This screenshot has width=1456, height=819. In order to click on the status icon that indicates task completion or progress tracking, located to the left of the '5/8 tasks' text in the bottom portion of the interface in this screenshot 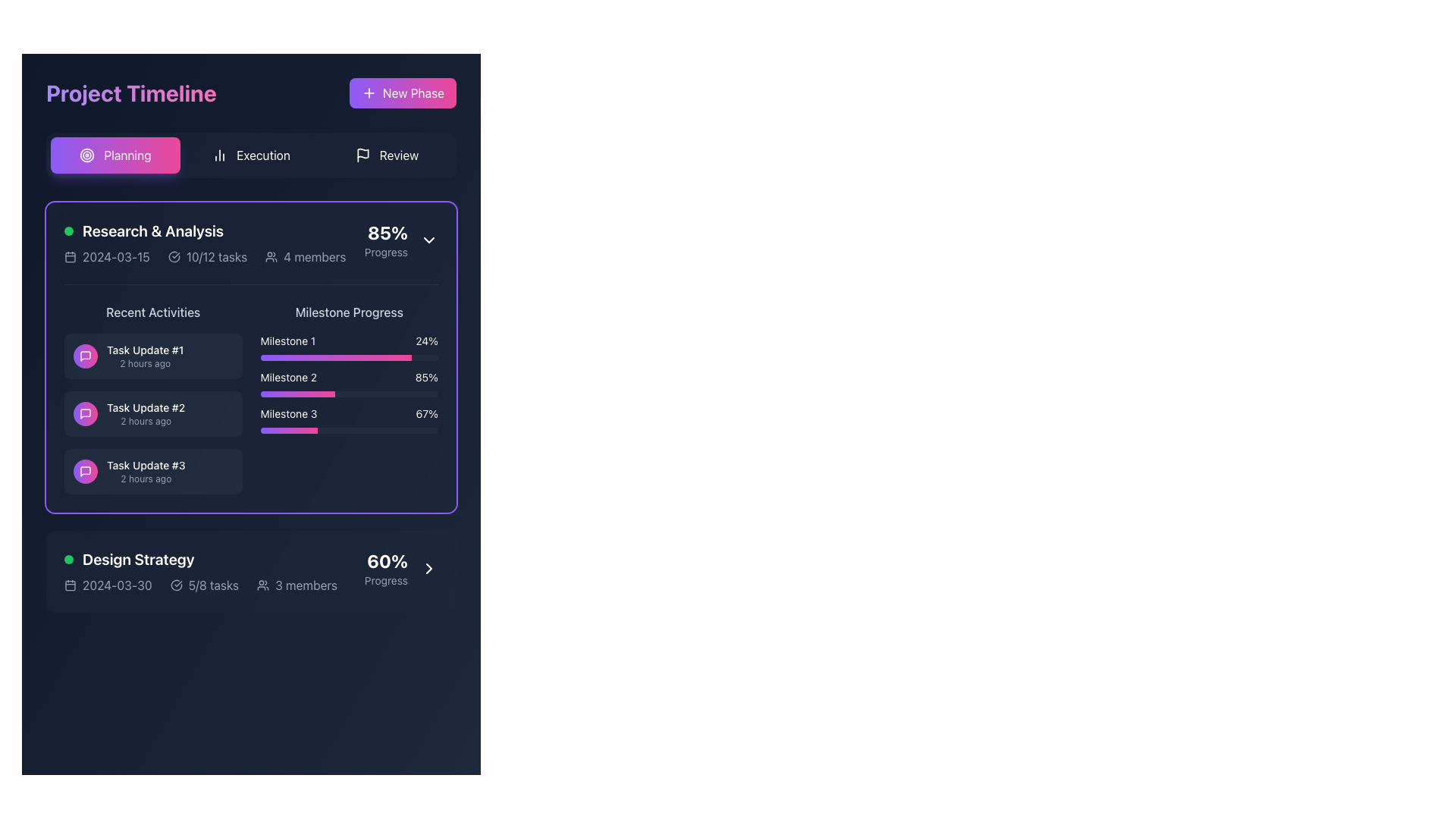, I will do `click(176, 584)`.